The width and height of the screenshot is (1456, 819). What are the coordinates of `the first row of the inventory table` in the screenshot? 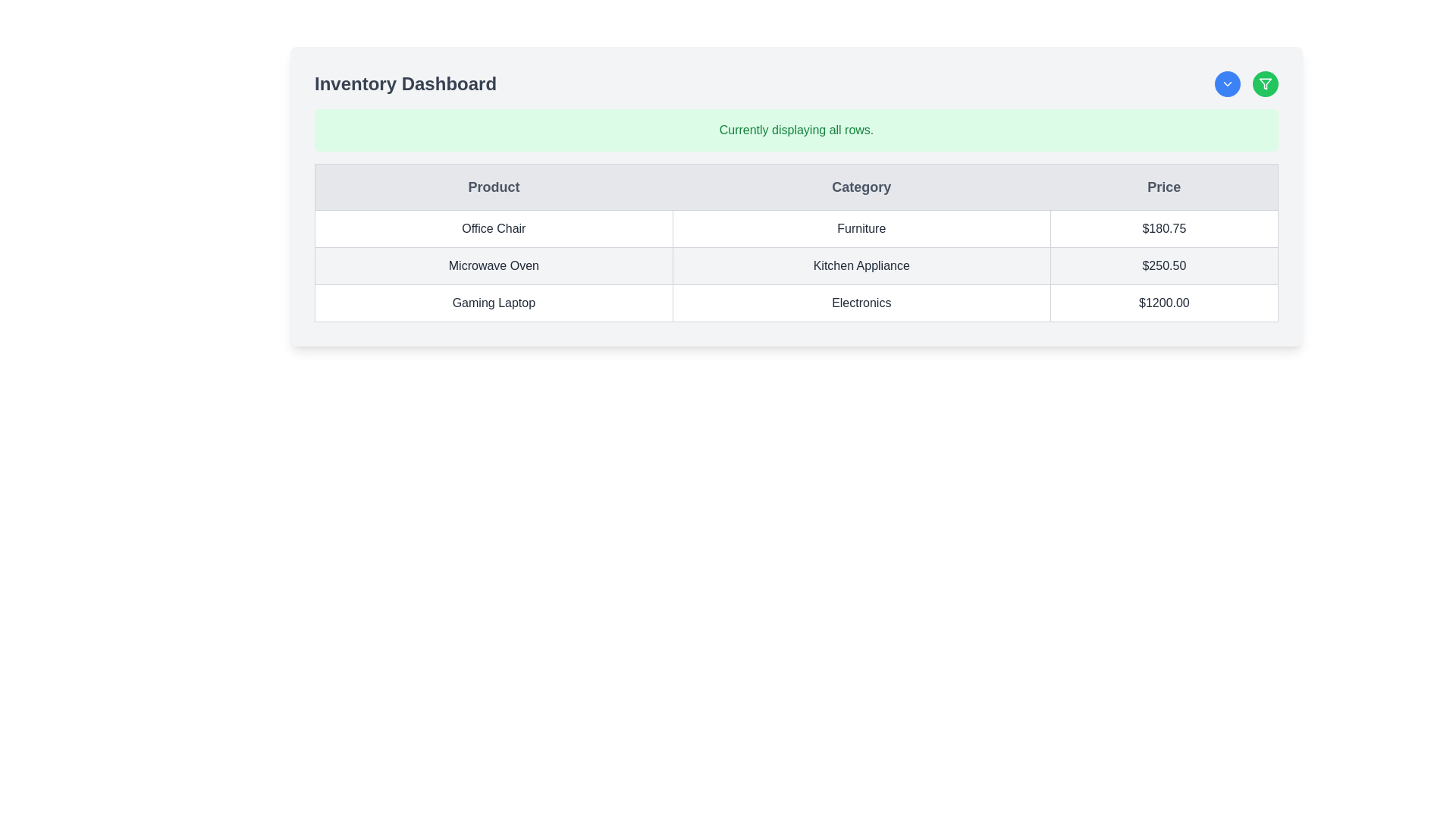 It's located at (795, 228).